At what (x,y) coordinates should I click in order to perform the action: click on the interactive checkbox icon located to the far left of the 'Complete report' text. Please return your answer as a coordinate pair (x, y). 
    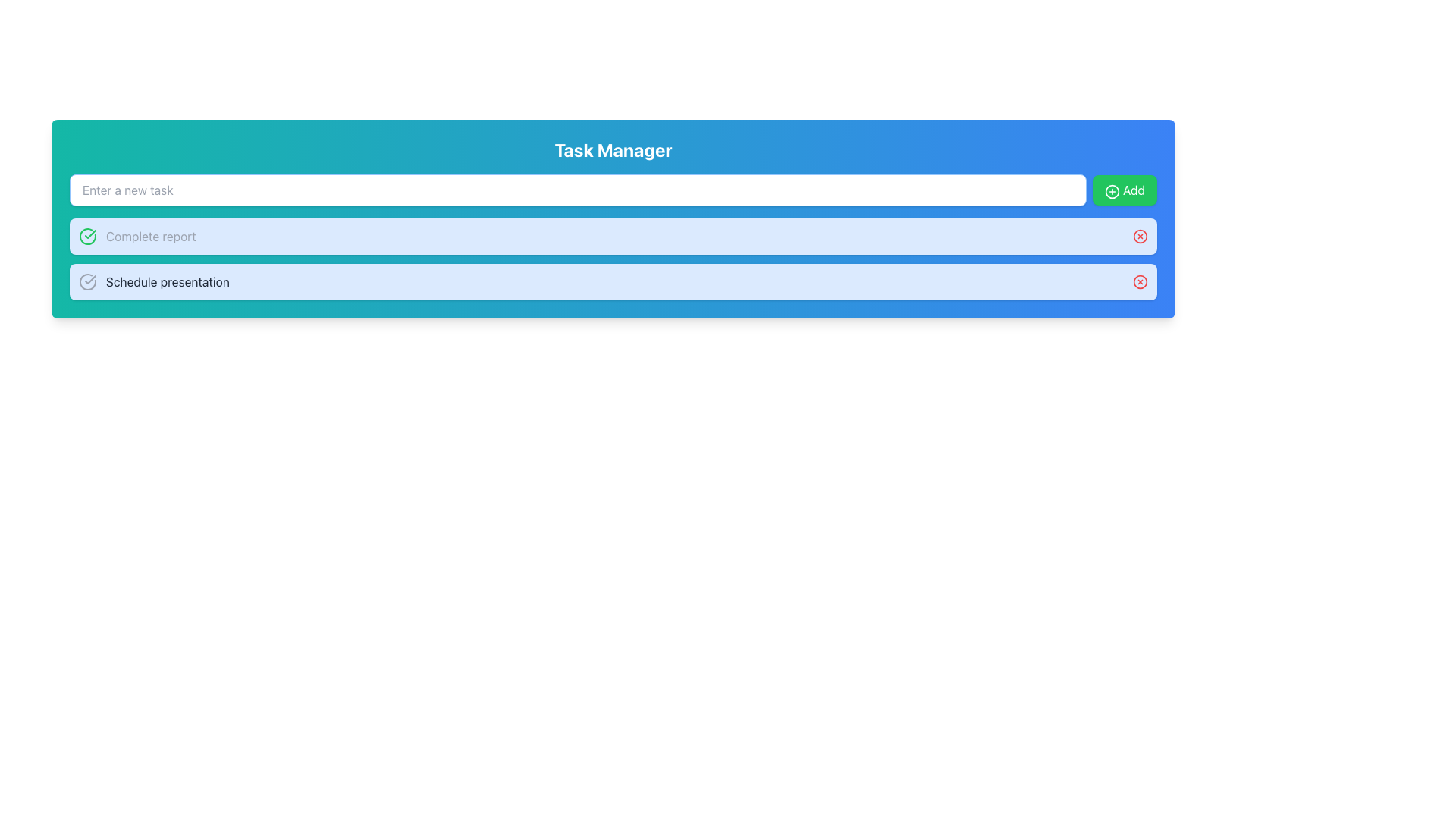
    Looking at the image, I should click on (86, 237).